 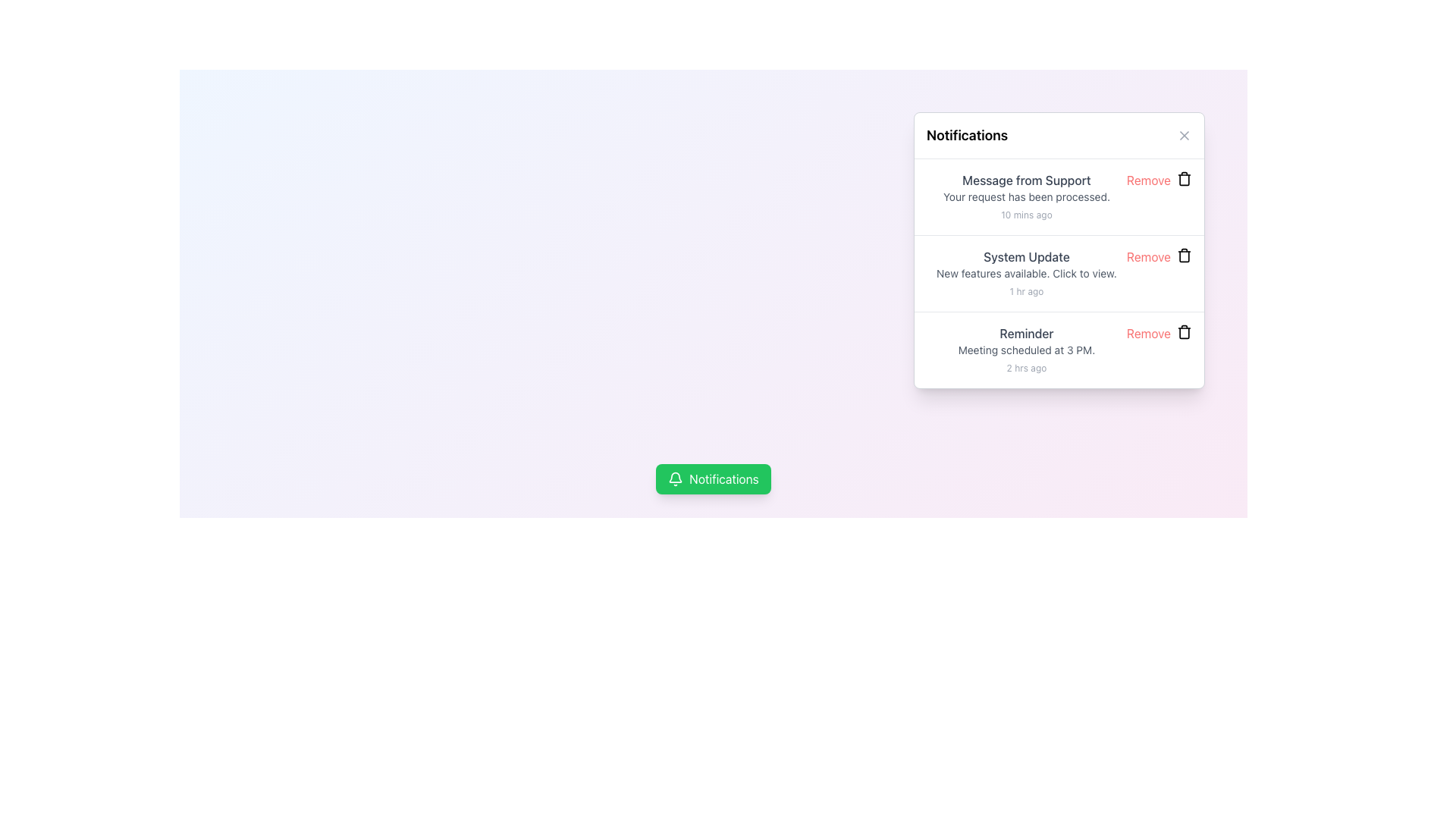 I want to click on the third notification card in the notification panel, so click(x=1058, y=350).